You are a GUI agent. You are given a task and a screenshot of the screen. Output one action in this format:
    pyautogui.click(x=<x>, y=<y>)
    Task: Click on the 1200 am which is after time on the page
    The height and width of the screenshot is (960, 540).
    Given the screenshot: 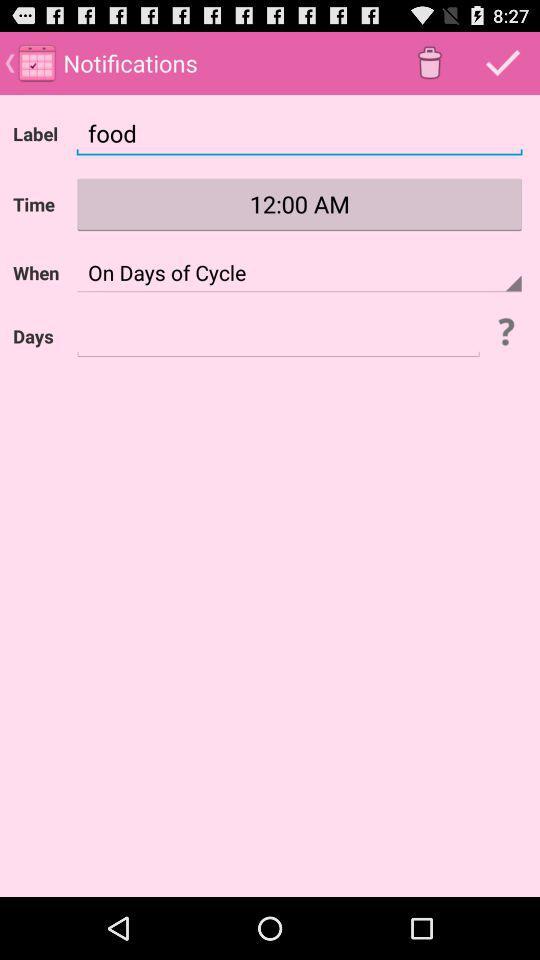 What is the action you would take?
    pyautogui.click(x=298, y=204)
    